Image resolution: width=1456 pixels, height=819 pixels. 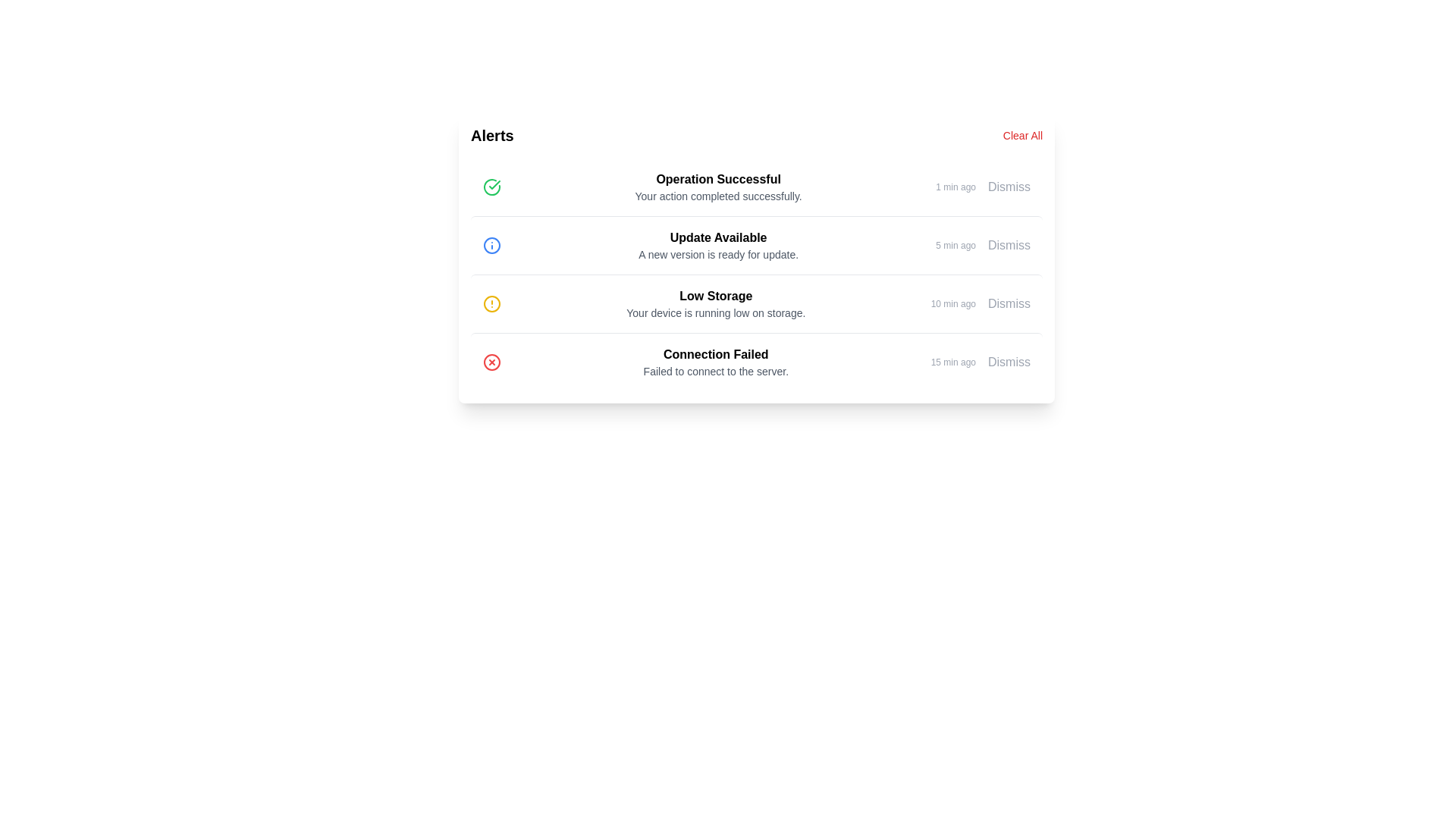 I want to click on the text element indicating the time elapsed since the notification was generated, located in the 'Update Available' notification row, positioned after the description text and before the 'Dismiss' button, so click(x=955, y=245).